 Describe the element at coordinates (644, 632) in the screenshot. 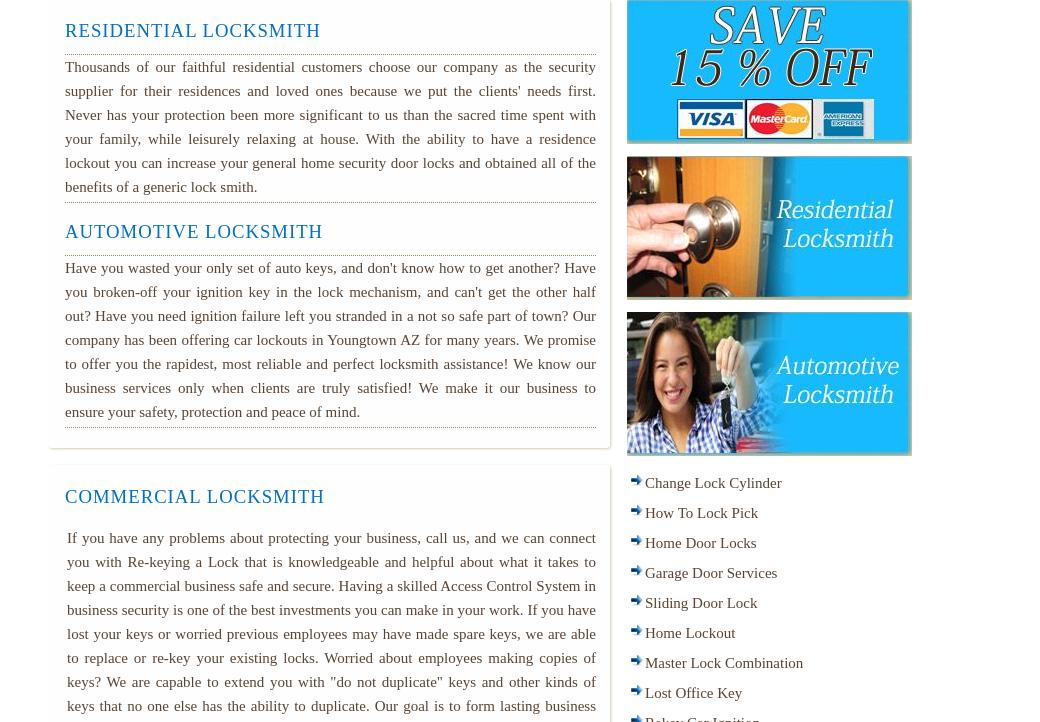

I see `'Home Lockout'` at that location.